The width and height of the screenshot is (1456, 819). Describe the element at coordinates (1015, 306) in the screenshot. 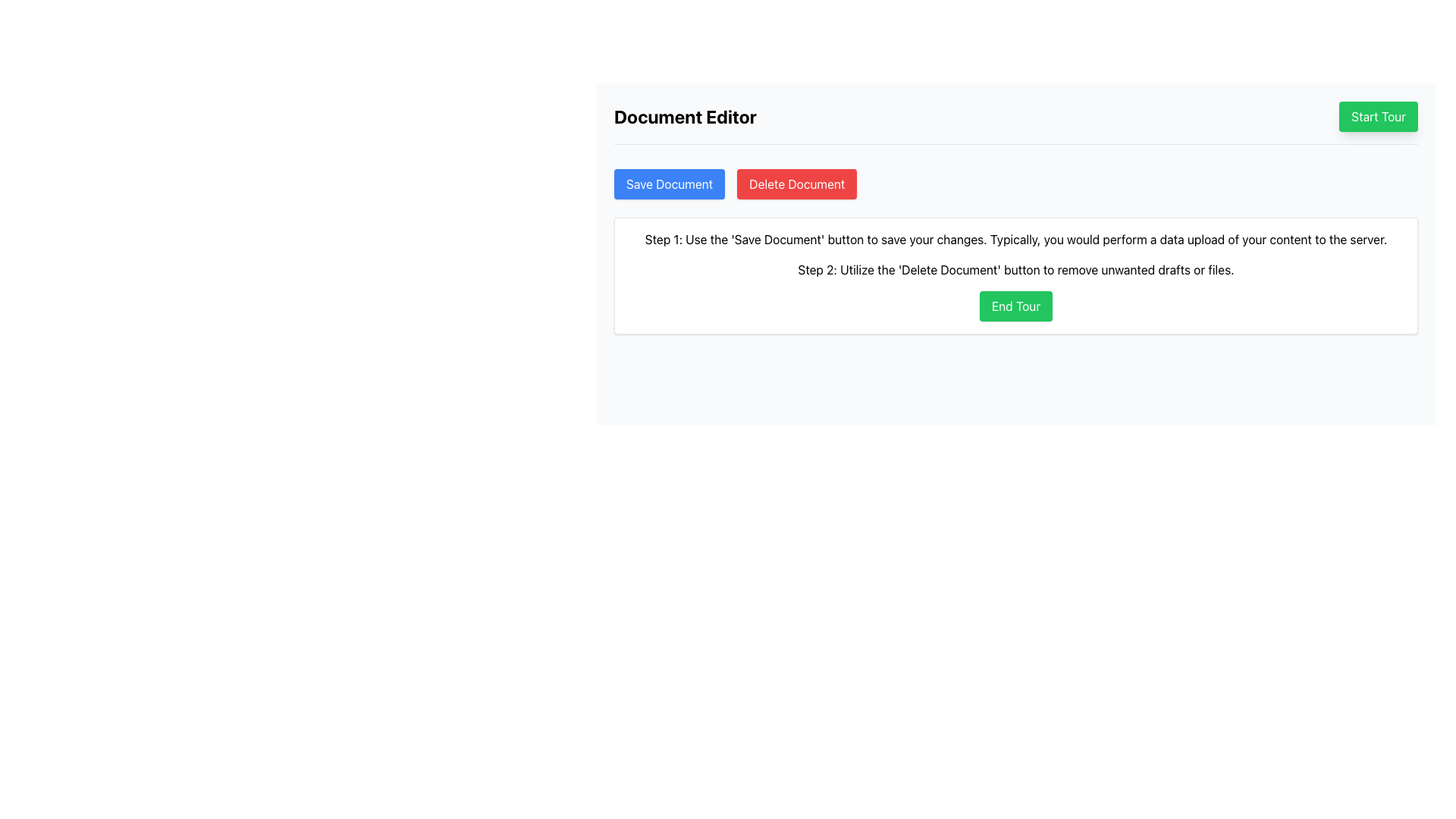

I see `the green 'End Tour' button with white text, located beneath the instructional text in the interface, to end the tour` at that location.